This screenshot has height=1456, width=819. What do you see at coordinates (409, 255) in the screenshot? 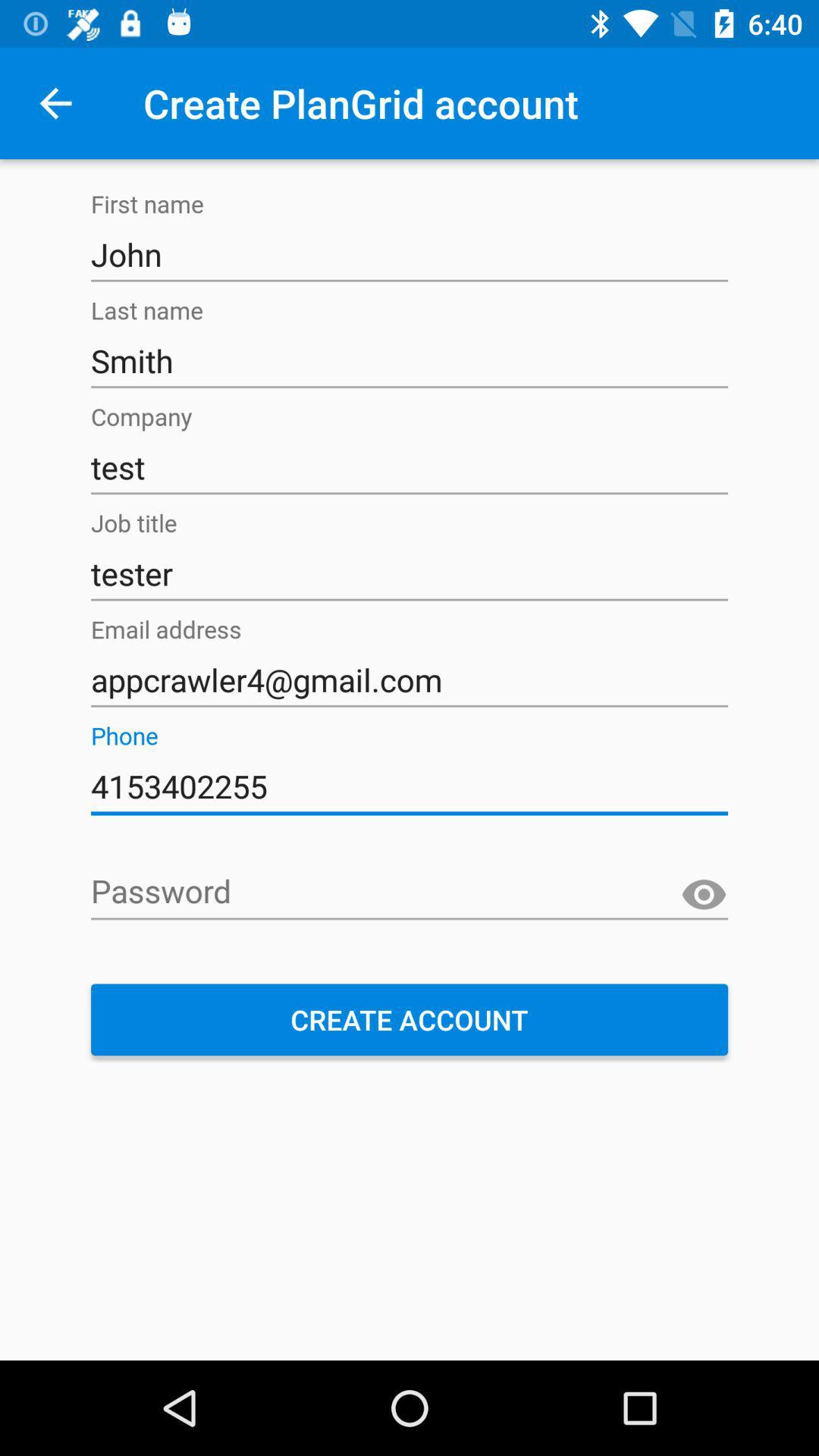
I see `the john` at bounding box center [409, 255].